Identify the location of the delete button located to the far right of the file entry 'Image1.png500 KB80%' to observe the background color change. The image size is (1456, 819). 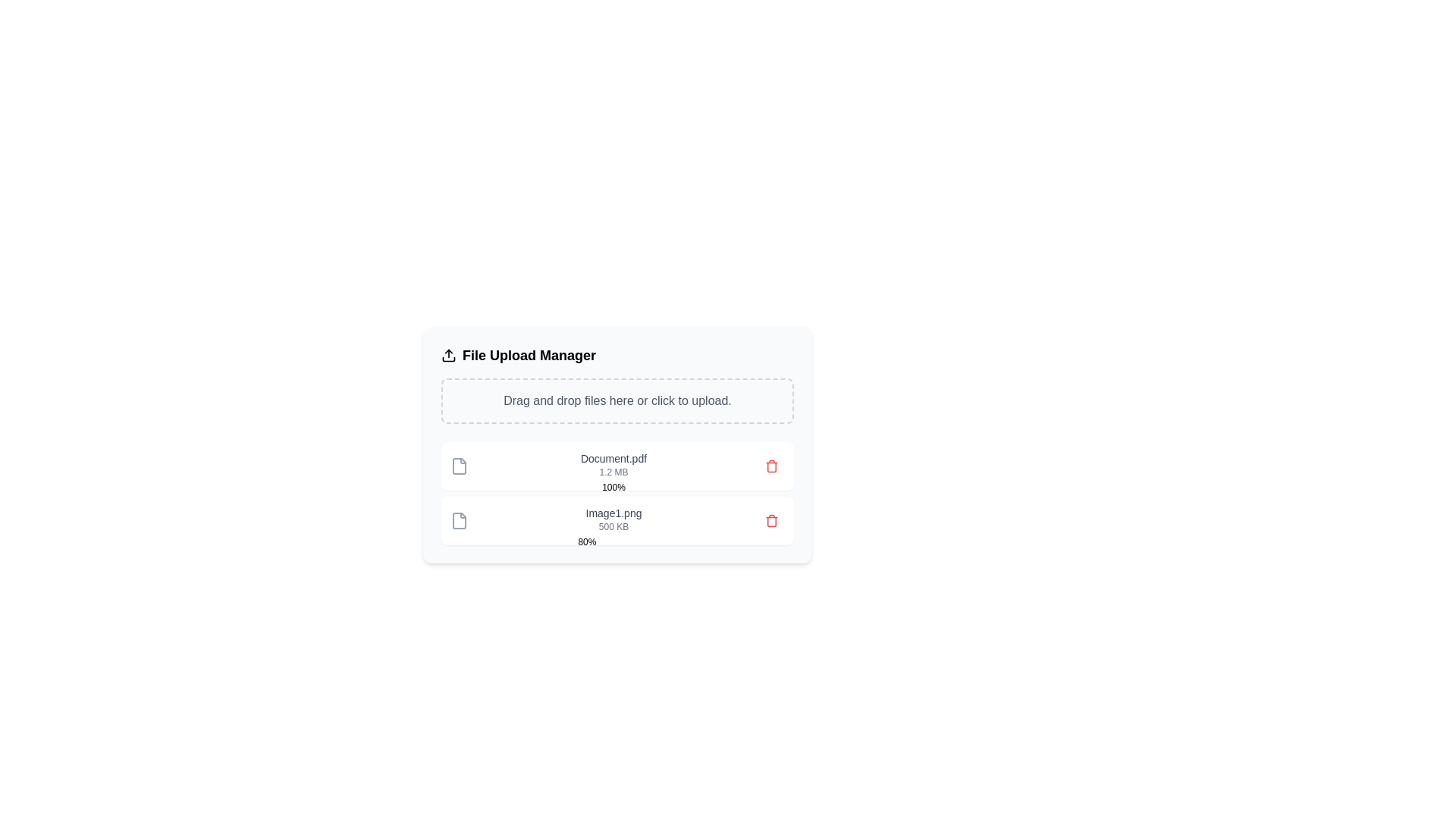
(771, 519).